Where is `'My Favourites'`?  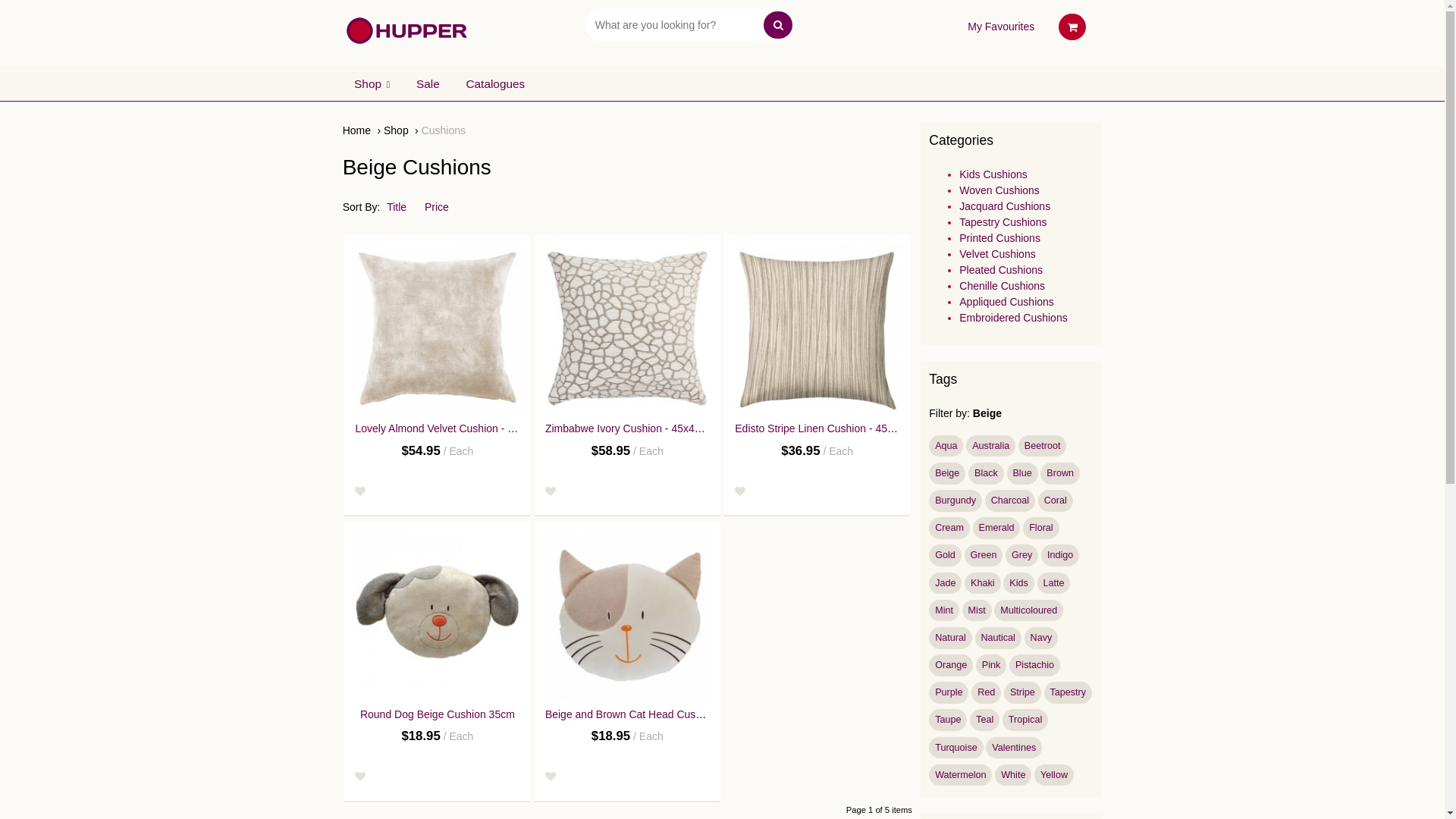
'My Favourites' is located at coordinates (967, 26).